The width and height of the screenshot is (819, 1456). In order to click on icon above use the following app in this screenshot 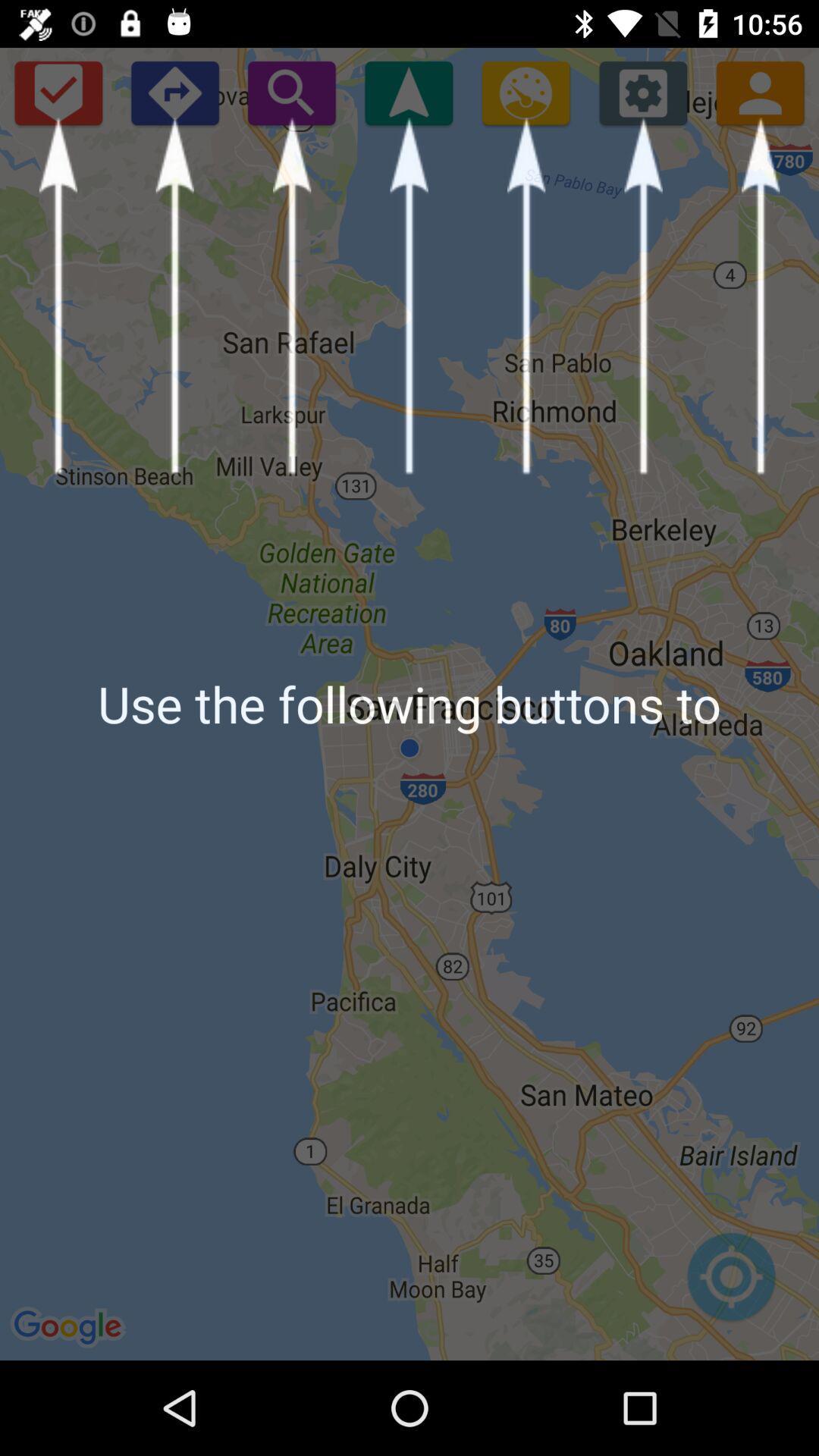, I will do `click(525, 92)`.